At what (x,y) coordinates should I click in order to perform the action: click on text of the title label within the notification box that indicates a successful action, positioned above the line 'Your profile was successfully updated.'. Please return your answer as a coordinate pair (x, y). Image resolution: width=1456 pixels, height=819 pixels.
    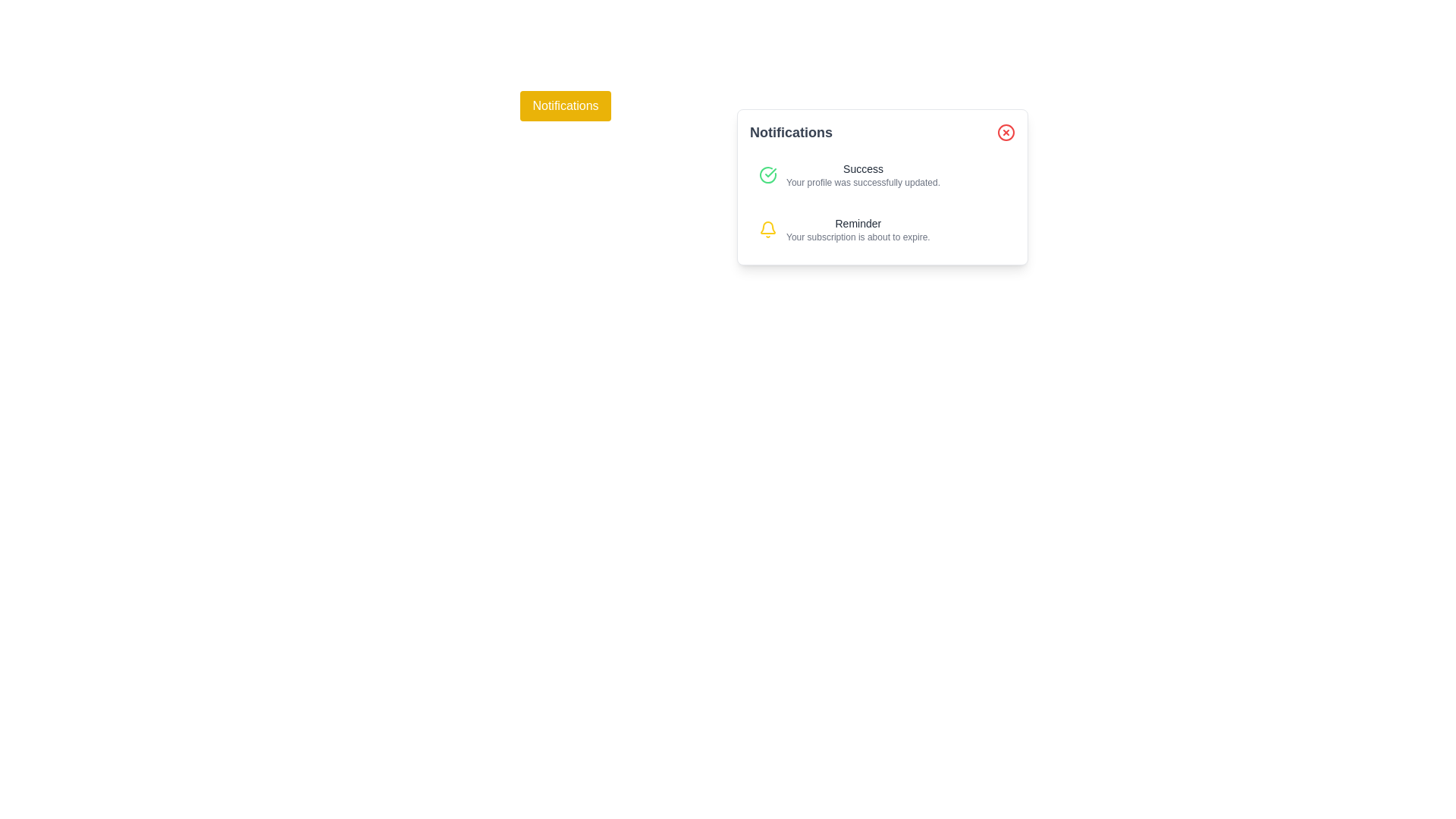
    Looking at the image, I should click on (863, 169).